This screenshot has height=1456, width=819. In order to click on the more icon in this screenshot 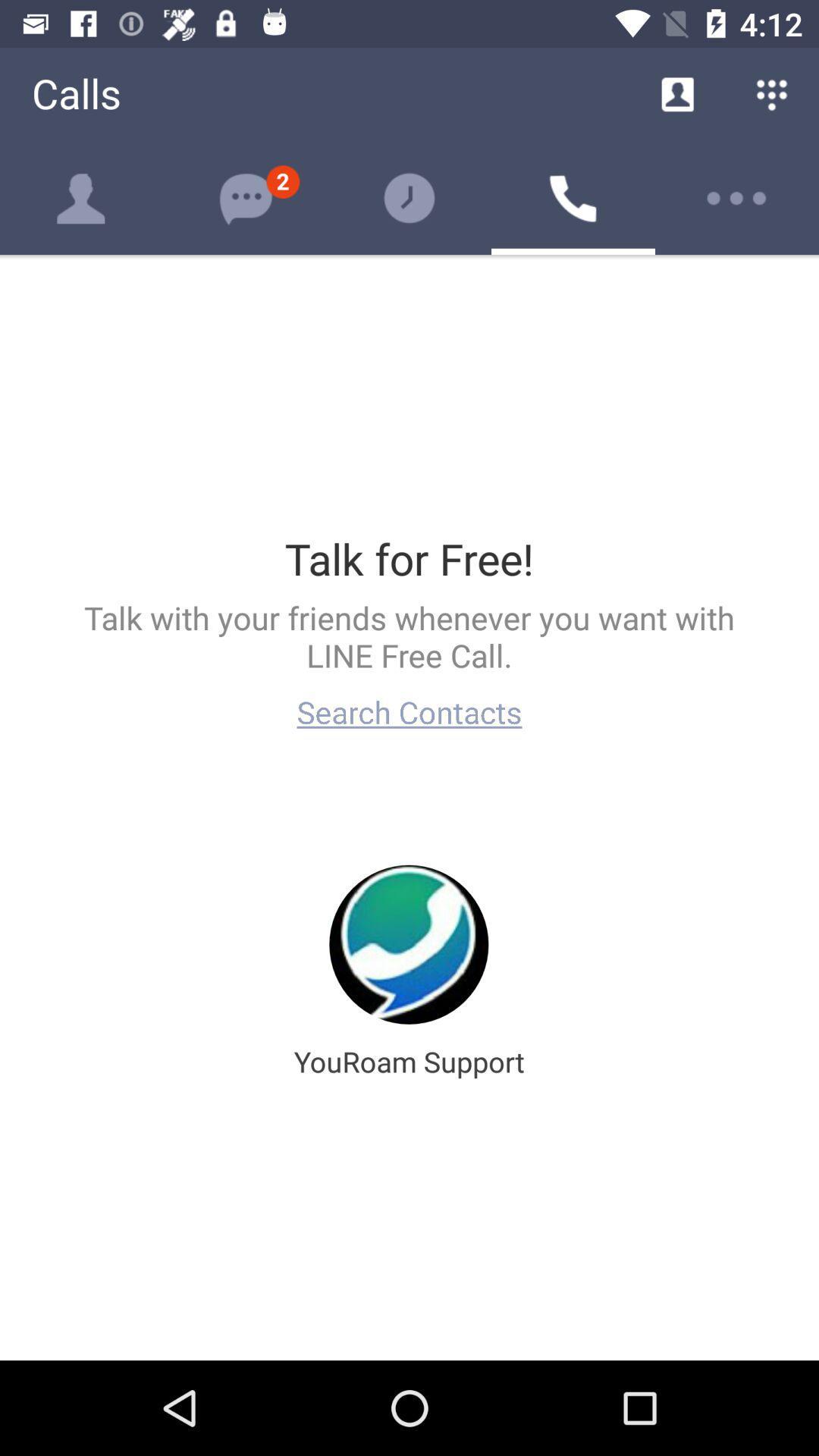, I will do `click(736, 198)`.